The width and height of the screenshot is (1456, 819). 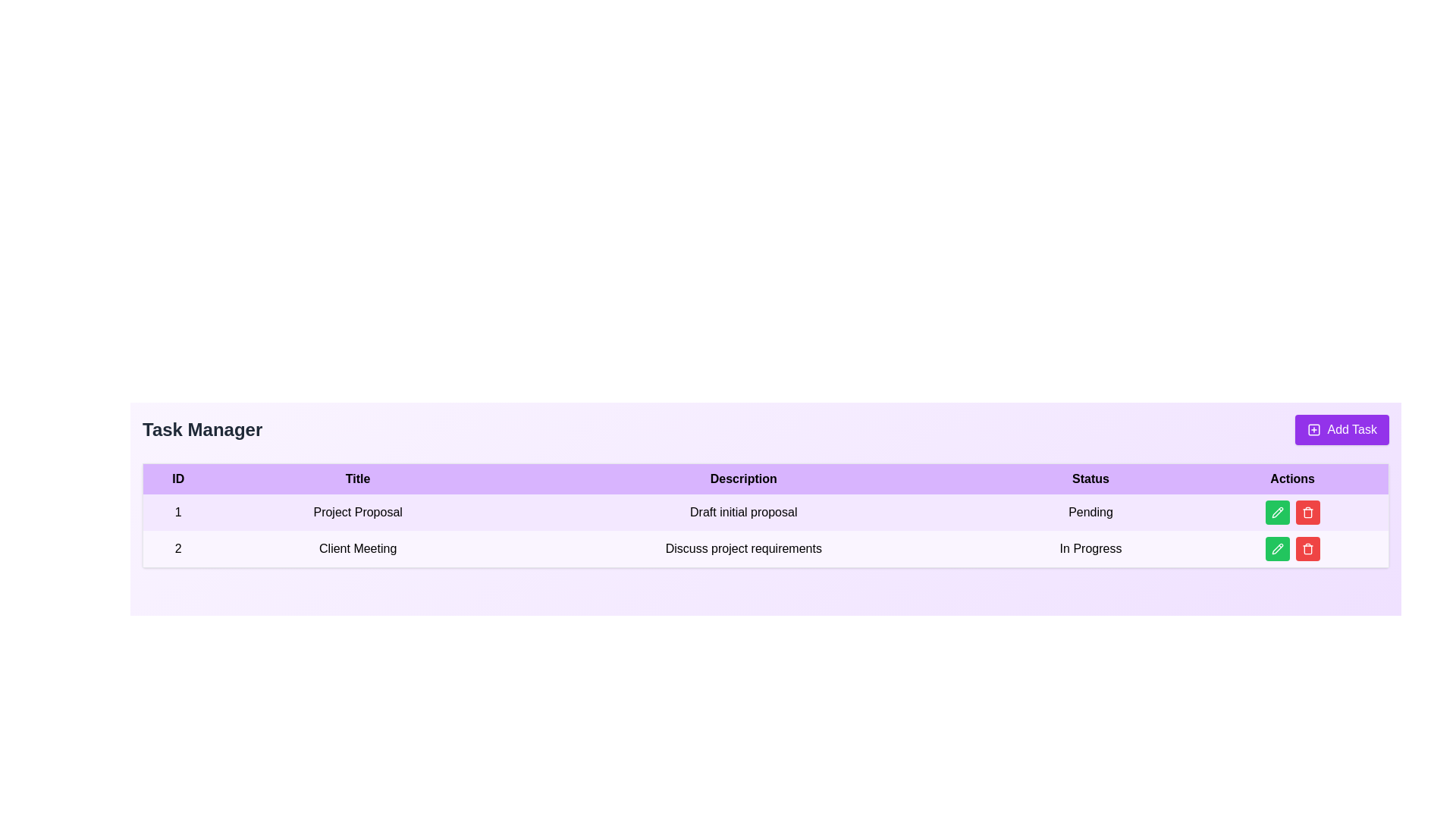 I want to click on the pencil icon button located in the second row of the 'Actions' column in the task table, so click(x=1276, y=549).